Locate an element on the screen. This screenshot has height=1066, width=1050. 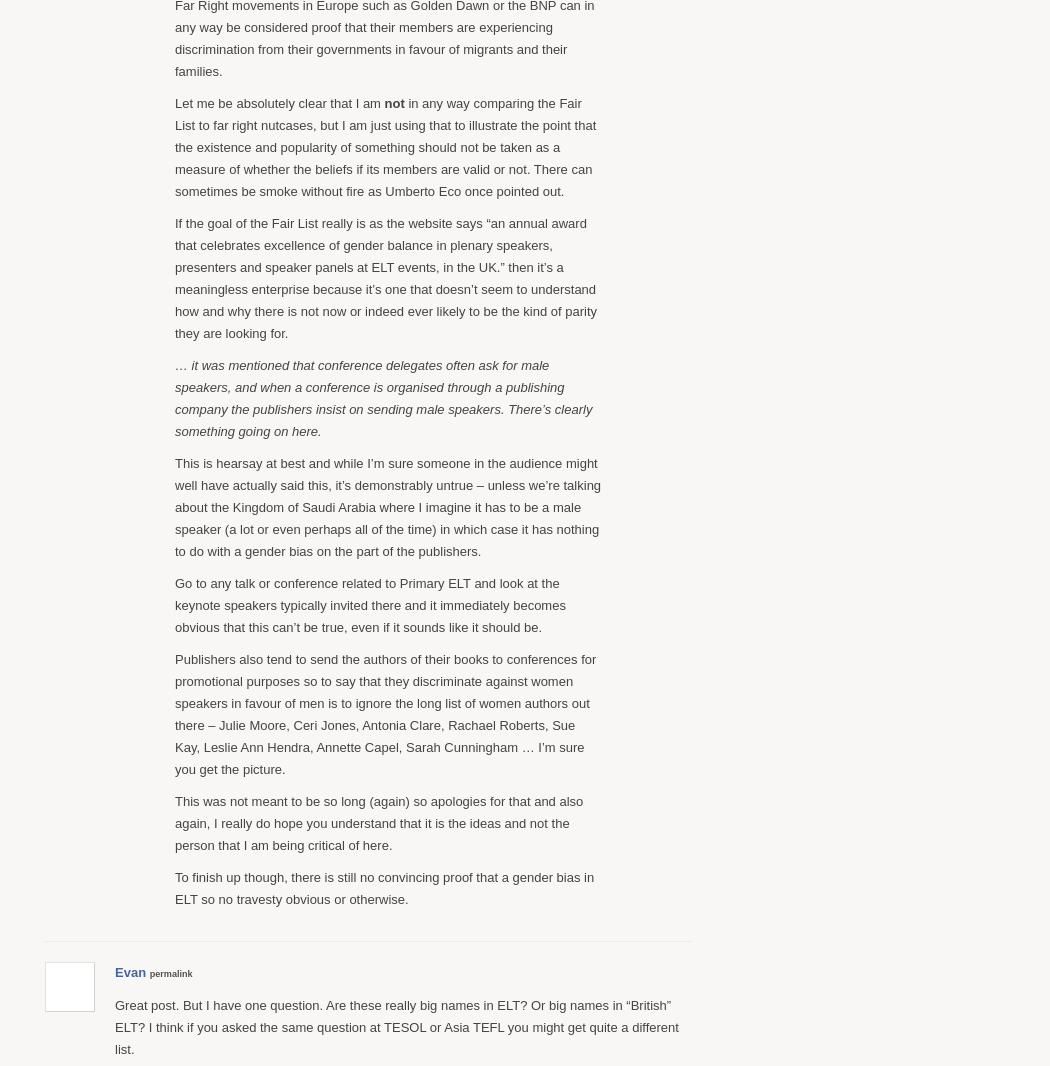
'This is hearsay at best and while I’m sure someone in the audience might well have actually said this, it’s demonstrably untrue – unless we’re talking about the Kingdom of Saudi Arabia where I imagine it has to be a male speaker (a lot or even perhaps all of the time) in which case it has nothing to do with a gender bias on the part of the publishers.' is located at coordinates (175, 506).